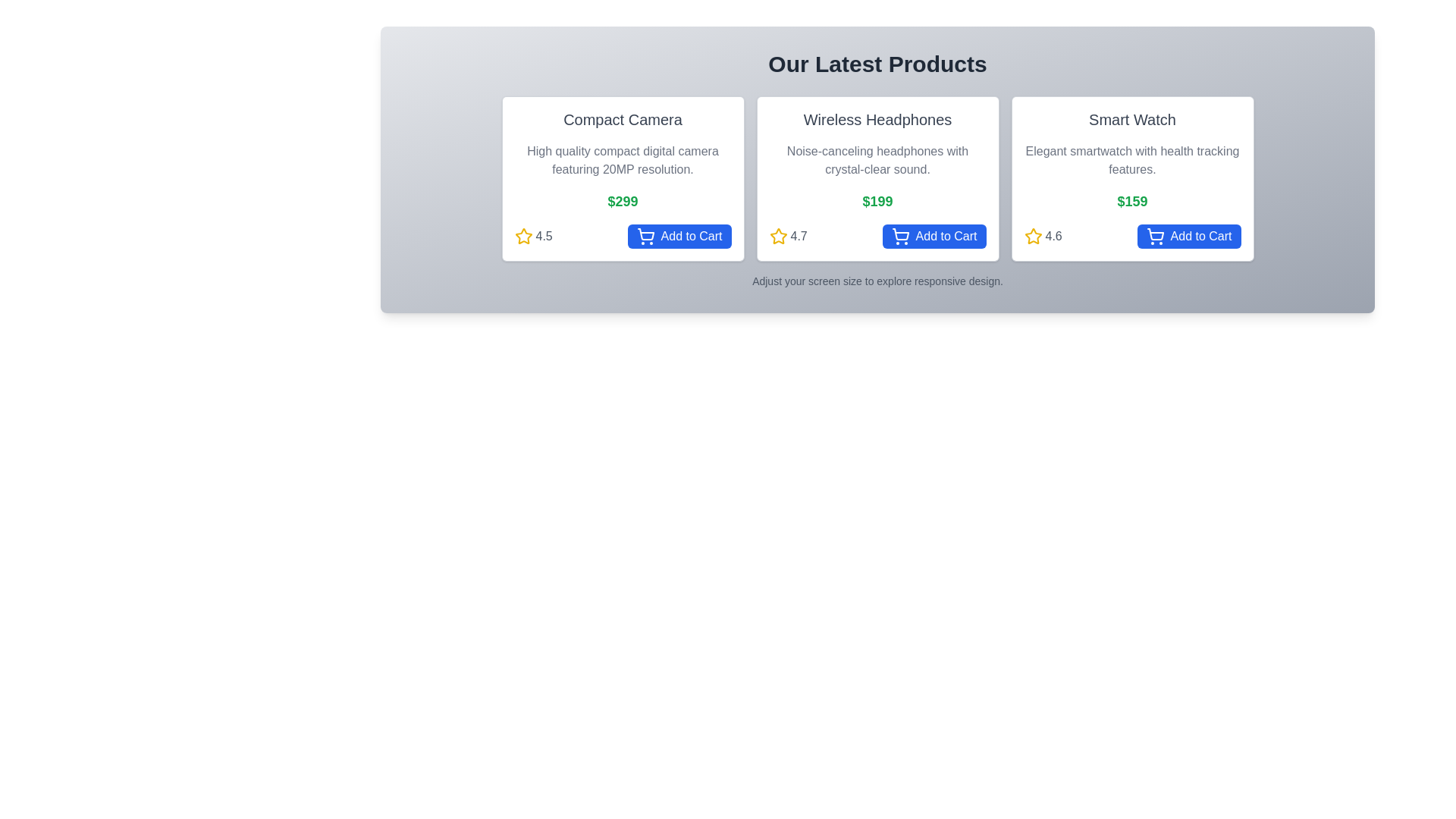  I want to click on the text label that serves as the title for the products section, indicating the latest available products, so click(877, 63).